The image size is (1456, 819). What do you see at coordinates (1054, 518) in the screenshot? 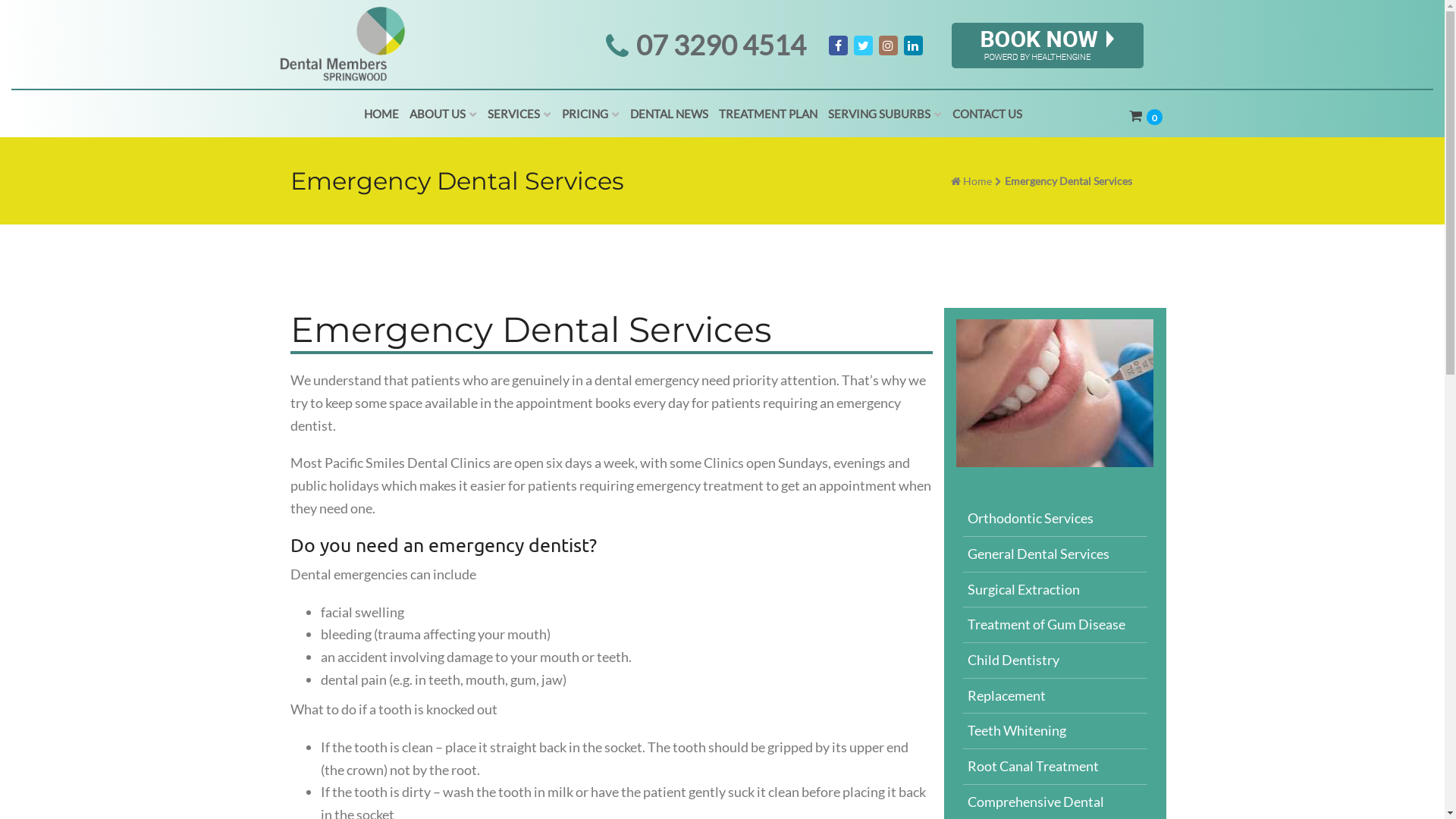
I see `'Orthodontic Services'` at bounding box center [1054, 518].